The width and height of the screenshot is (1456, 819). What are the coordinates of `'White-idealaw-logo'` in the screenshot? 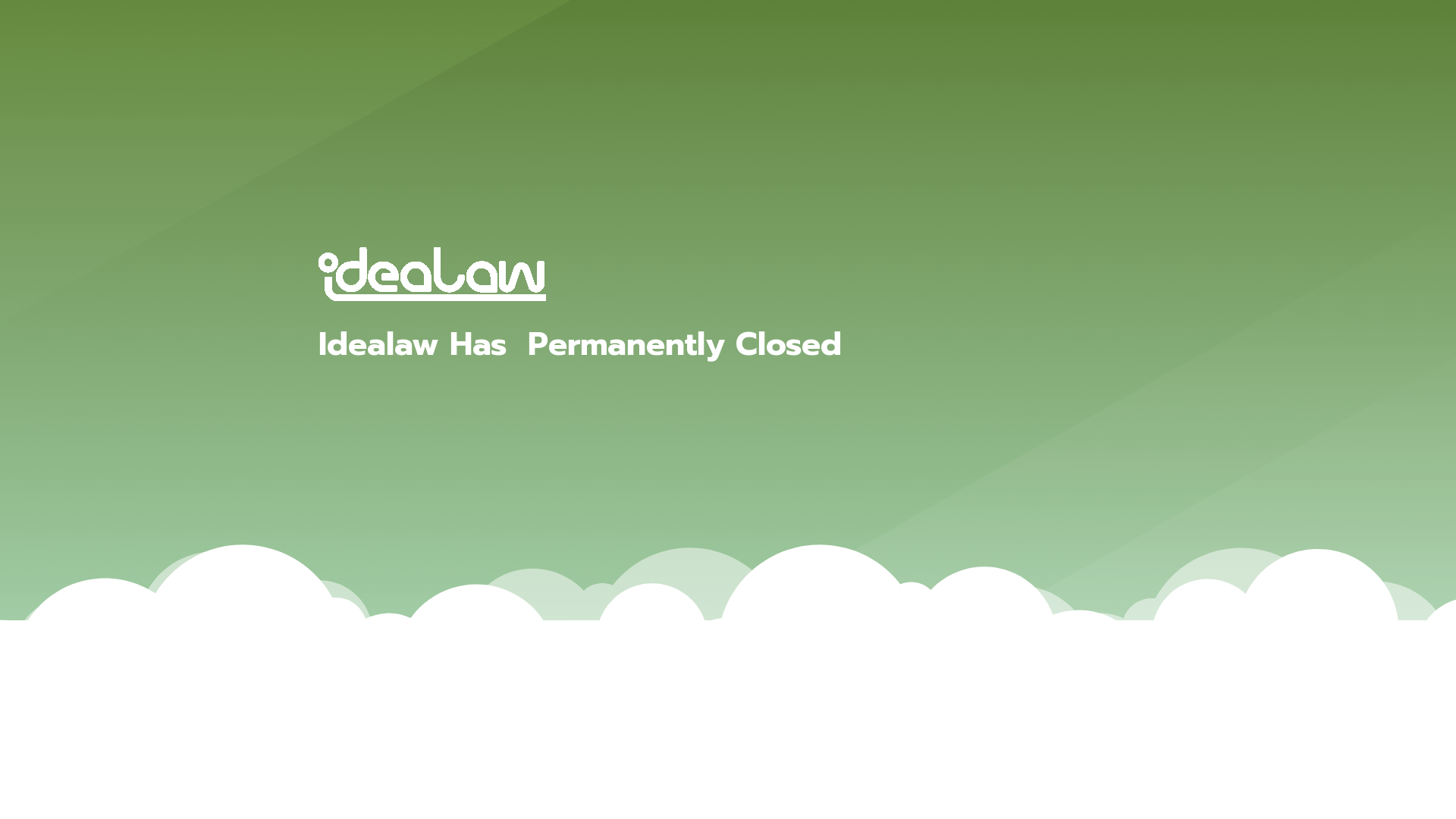 It's located at (431, 274).